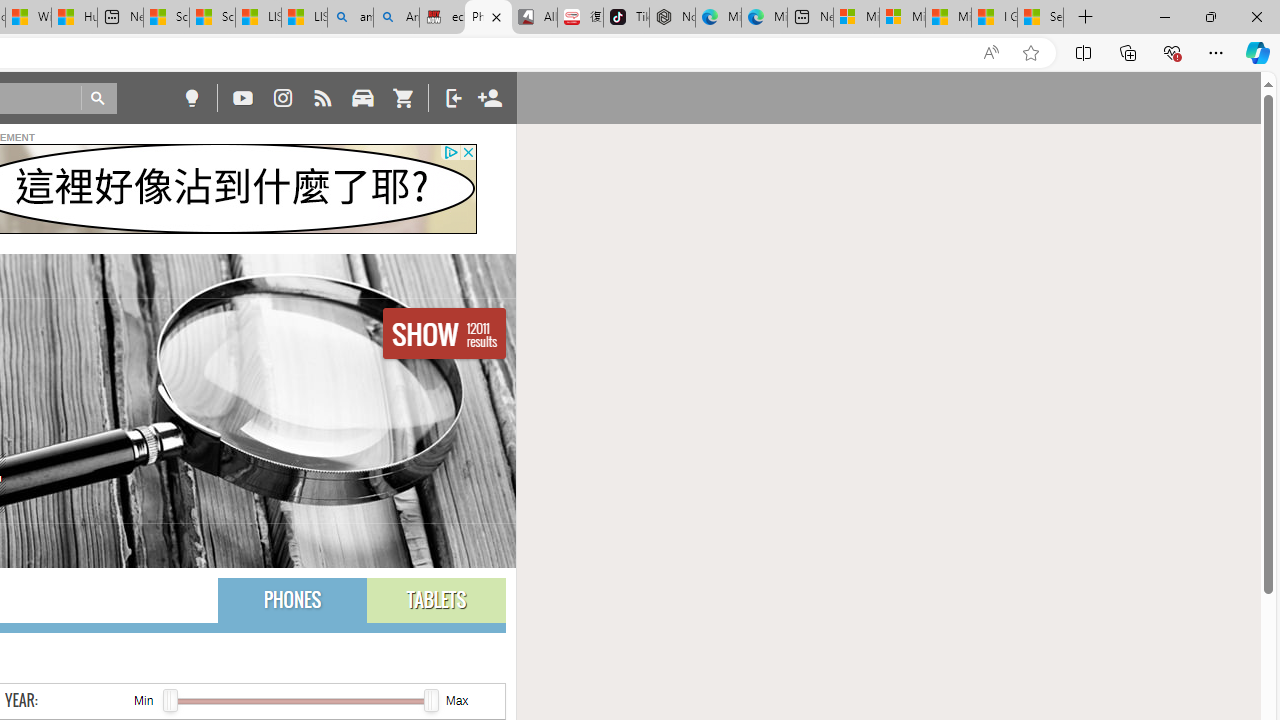 The width and height of the screenshot is (1280, 720). Describe the element at coordinates (449, 151) in the screenshot. I see `'Class: privacy_out'` at that location.